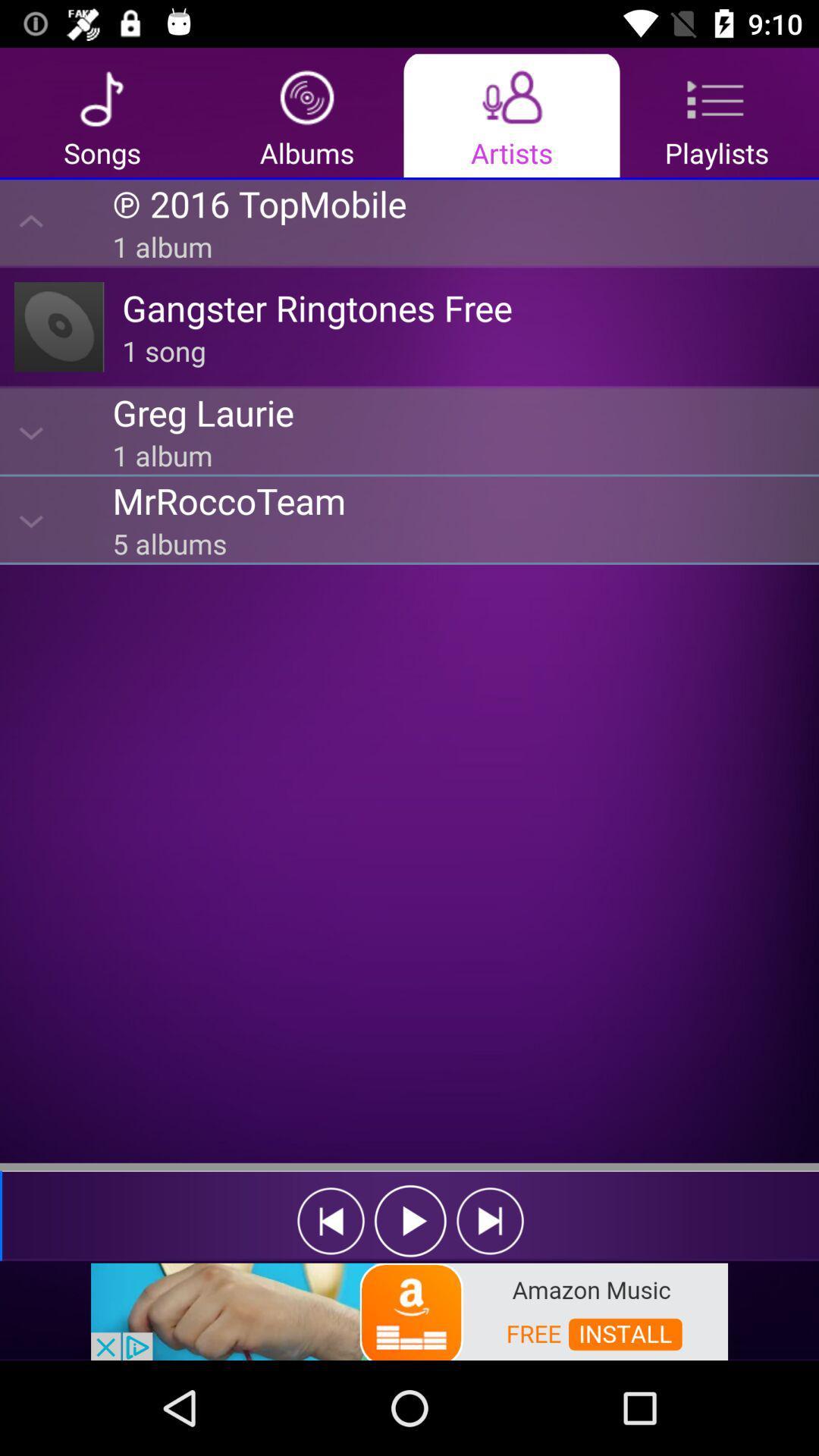 This screenshot has width=819, height=1456. Describe the element at coordinates (410, 1221) in the screenshot. I see `auto play button` at that location.